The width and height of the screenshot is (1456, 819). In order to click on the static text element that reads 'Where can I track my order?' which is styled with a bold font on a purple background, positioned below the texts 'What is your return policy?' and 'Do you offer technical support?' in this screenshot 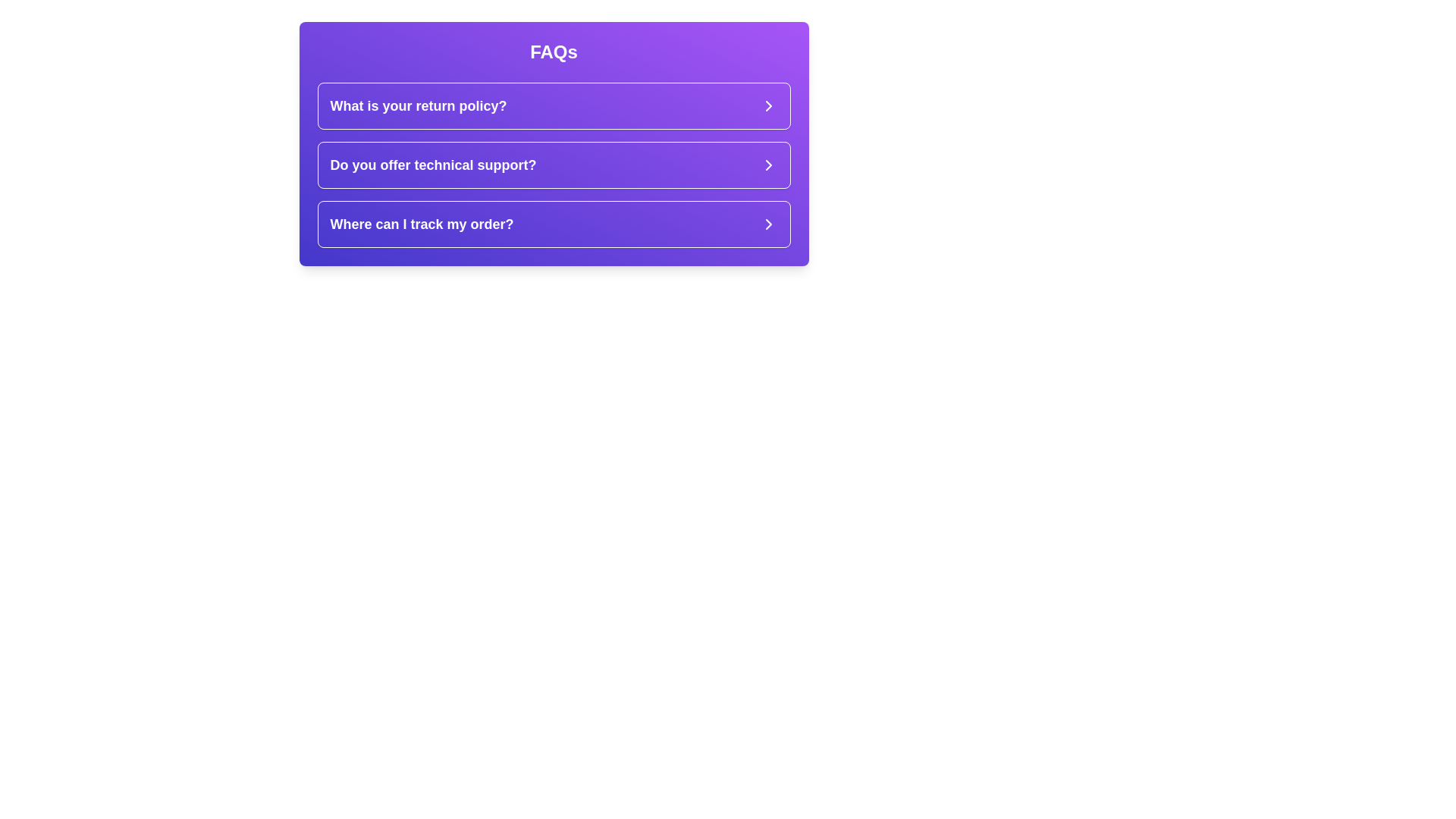, I will do `click(422, 224)`.